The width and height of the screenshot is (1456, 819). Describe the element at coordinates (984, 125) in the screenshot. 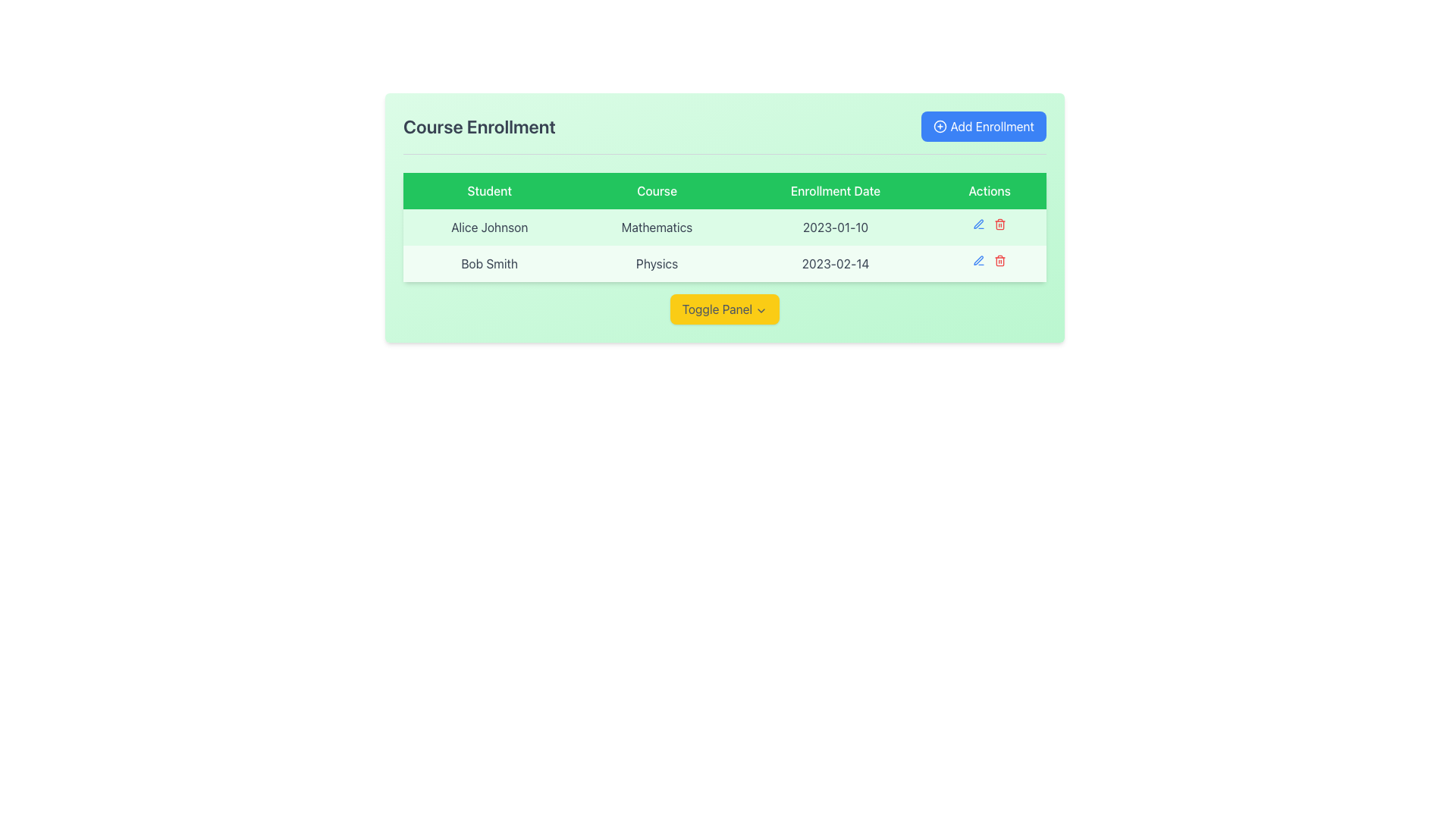

I see `the button located in the upper-right corner of the 'Course Enrollment' section` at that location.